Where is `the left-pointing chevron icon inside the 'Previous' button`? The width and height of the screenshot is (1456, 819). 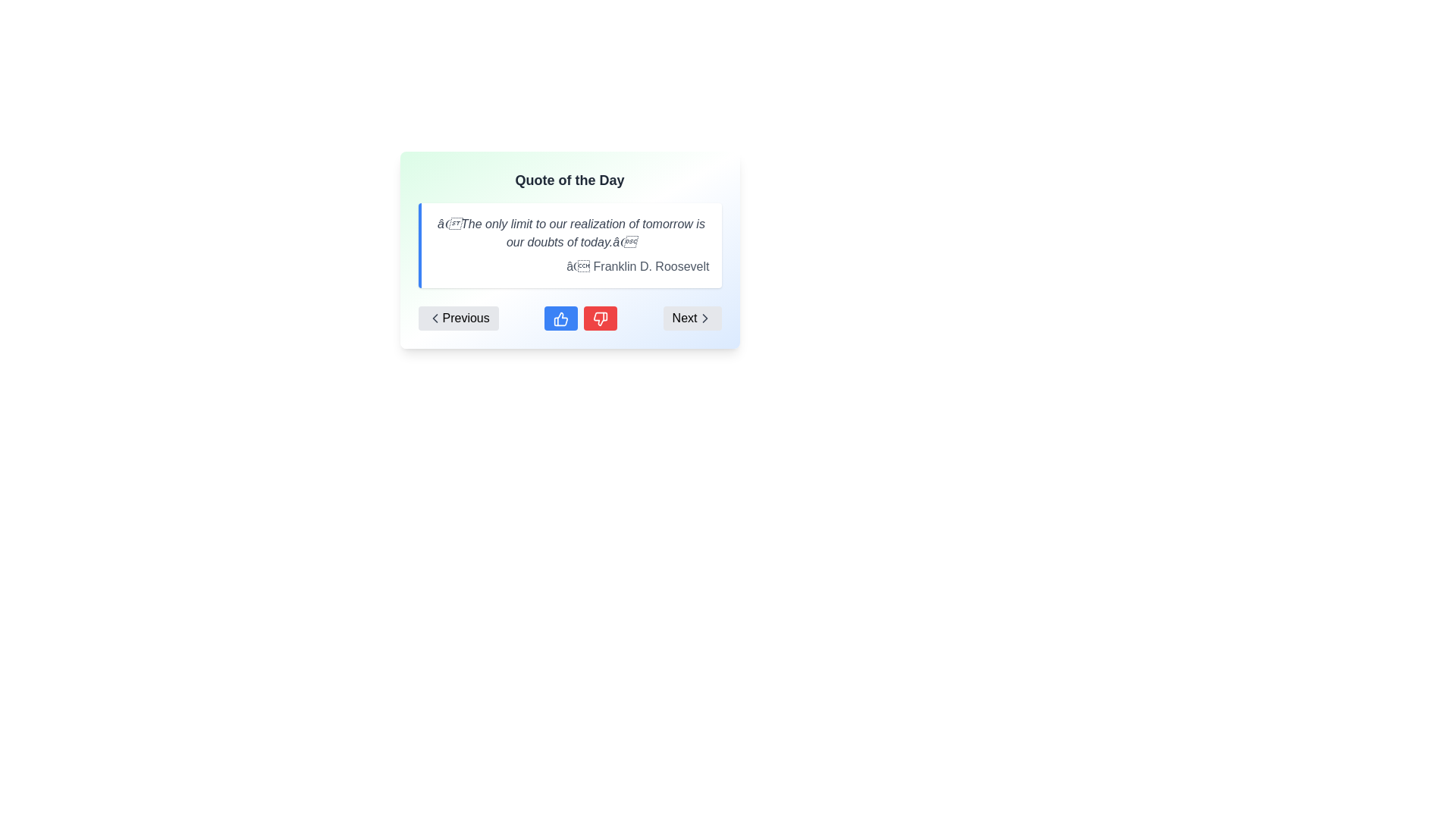
the left-pointing chevron icon inside the 'Previous' button is located at coordinates (434, 318).